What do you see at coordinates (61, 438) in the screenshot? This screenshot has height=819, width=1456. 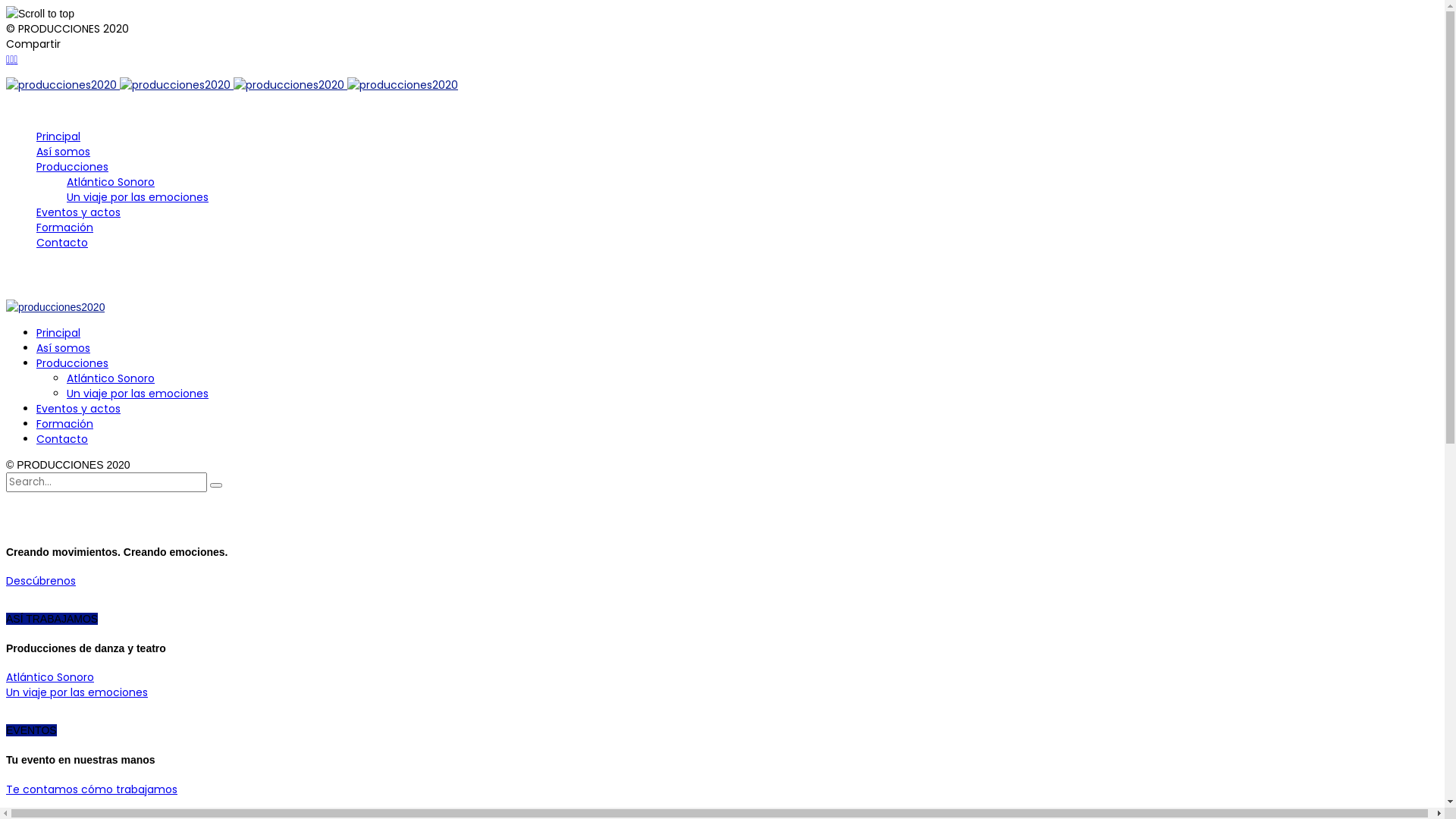 I see `'Contacto'` at bounding box center [61, 438].